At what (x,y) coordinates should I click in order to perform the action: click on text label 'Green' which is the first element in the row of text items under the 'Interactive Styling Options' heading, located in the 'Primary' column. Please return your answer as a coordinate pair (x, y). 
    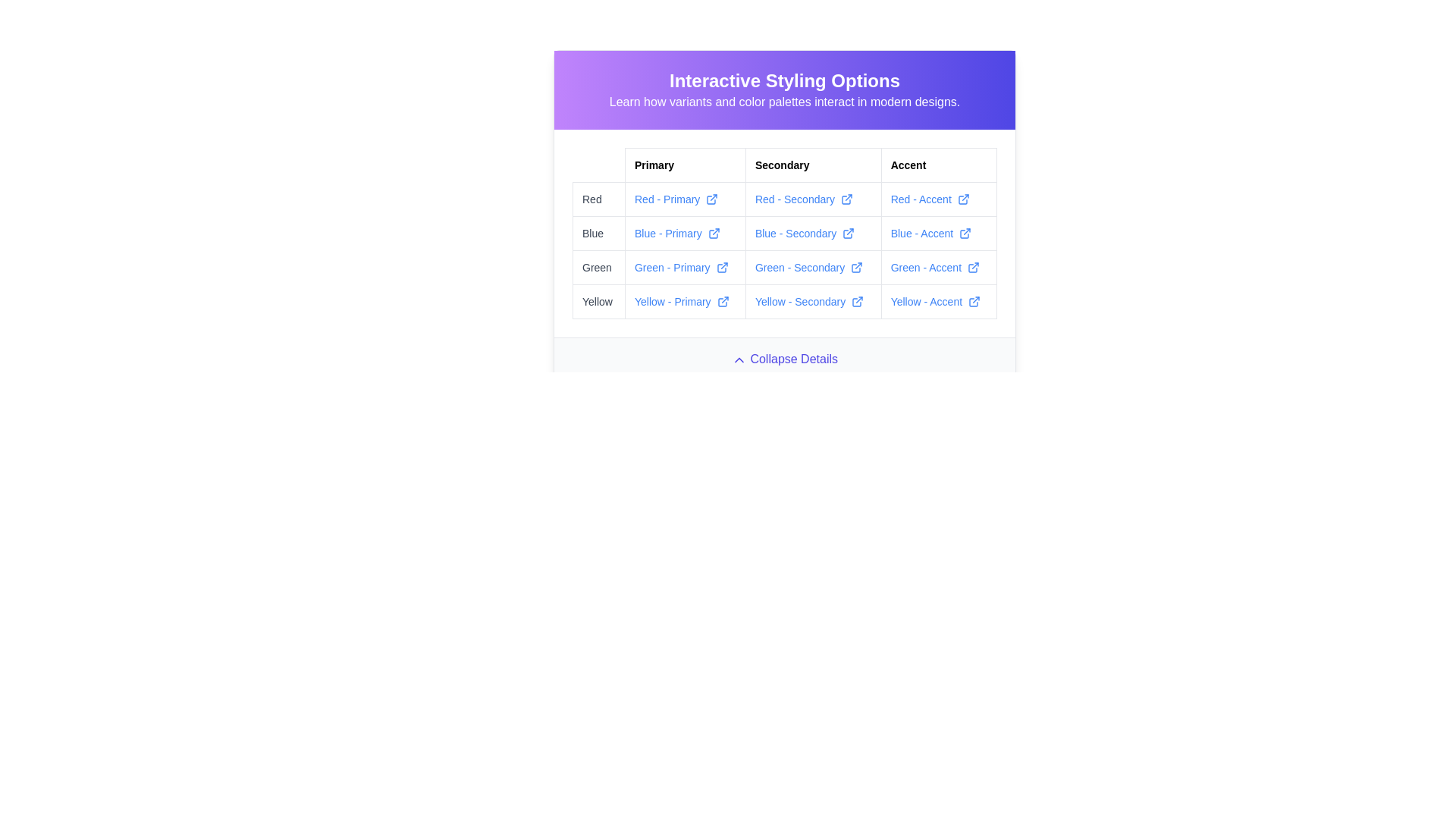
    Looking at the image, I should click on (598, 267).